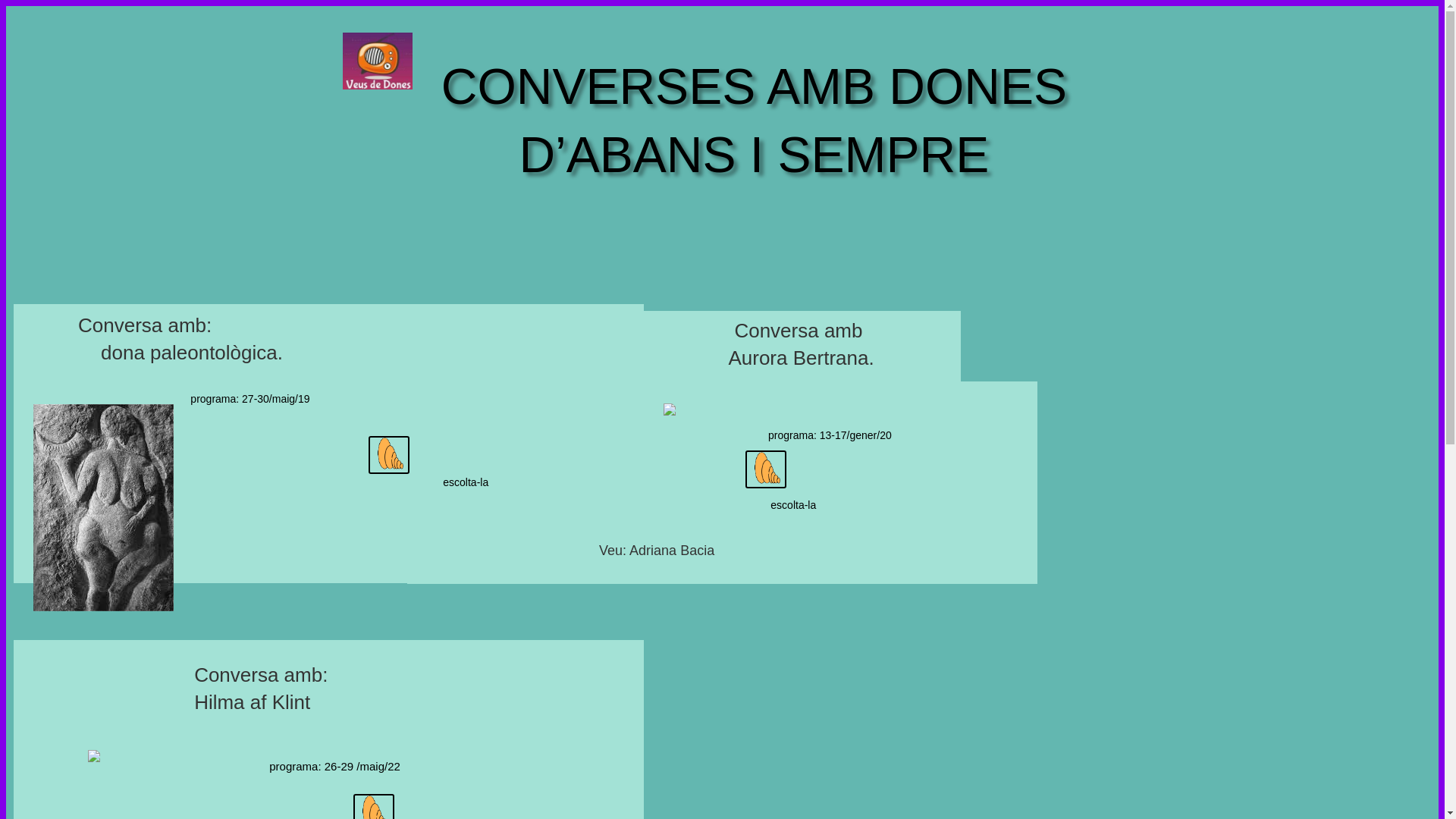  Describe the element at coordinates (368, 454) in the screenshot. I see `'c'` at that location.